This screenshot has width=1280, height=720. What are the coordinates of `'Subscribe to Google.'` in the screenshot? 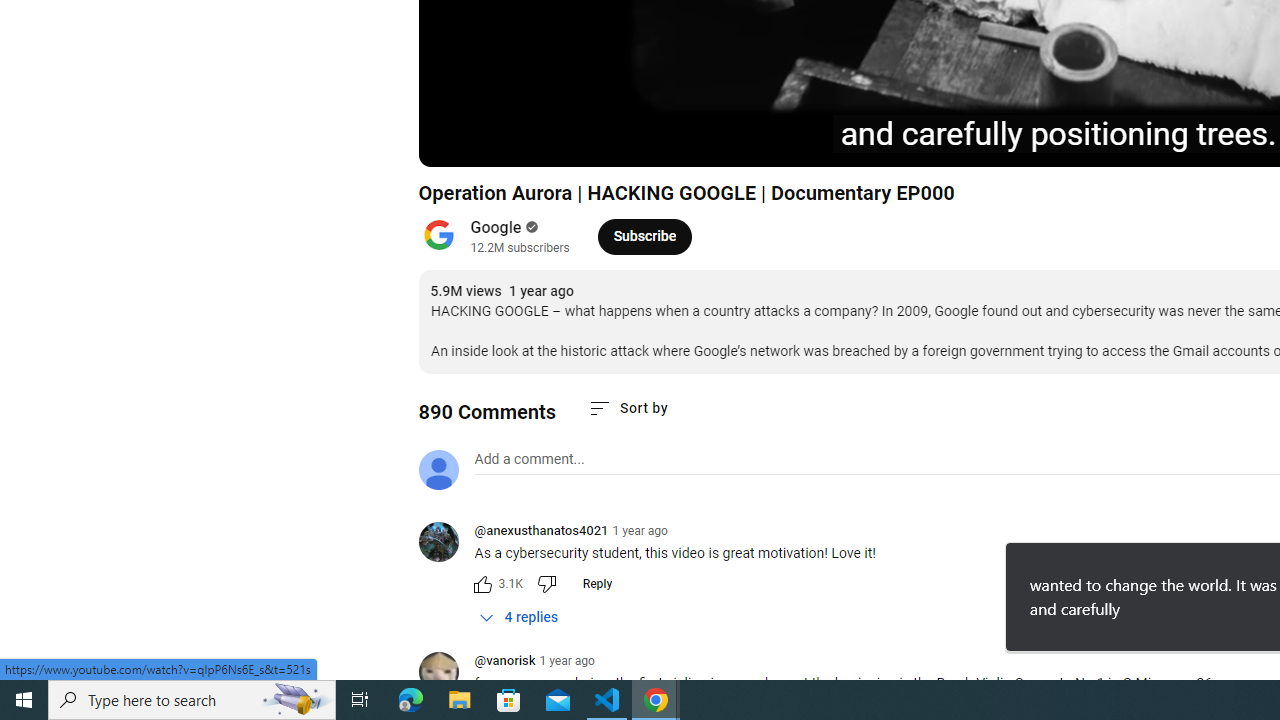 It's located at (644, 235).